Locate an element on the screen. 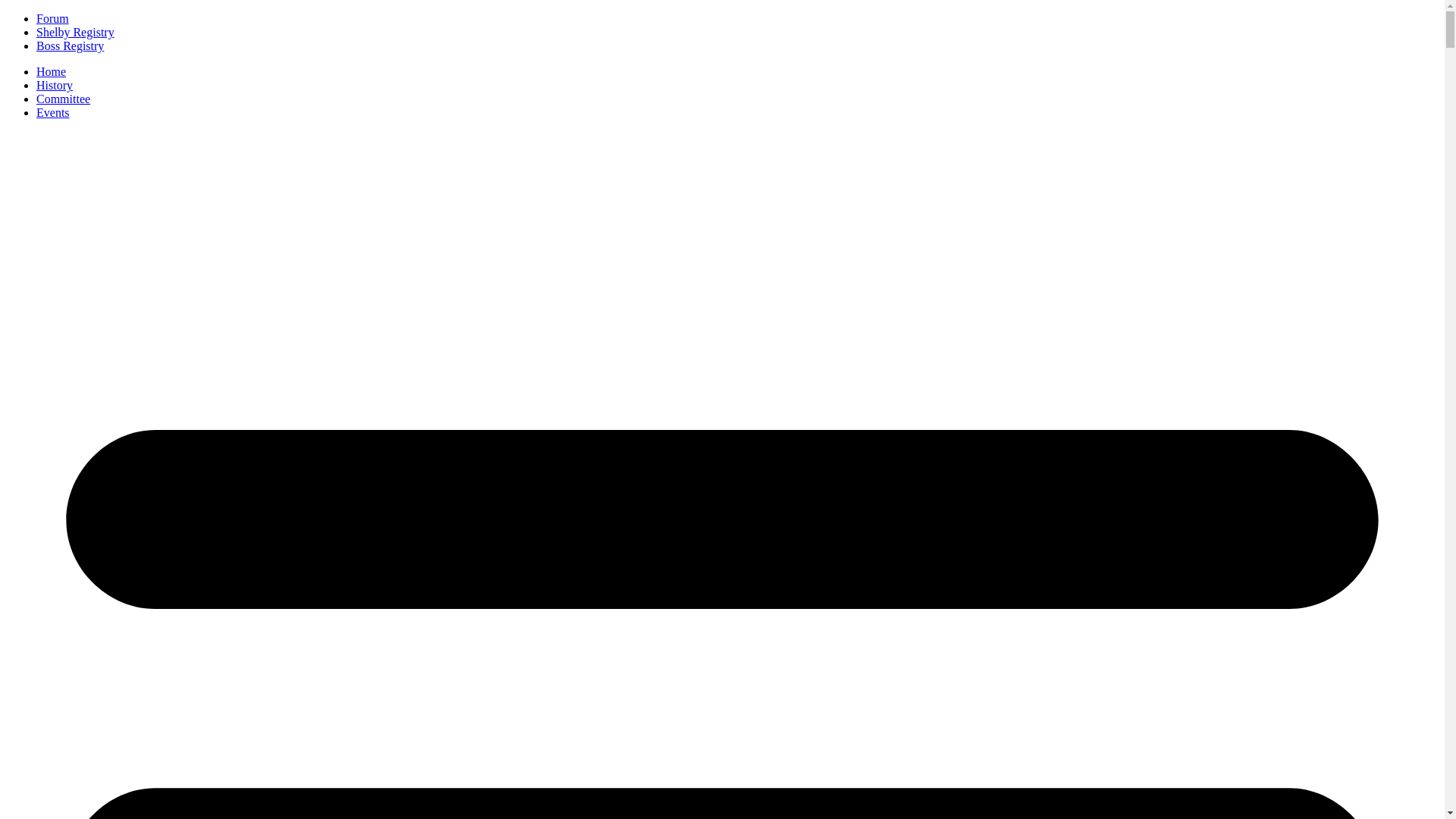 The image size is (1456, 819). 'Committee' is located at coordinates (62, 99).